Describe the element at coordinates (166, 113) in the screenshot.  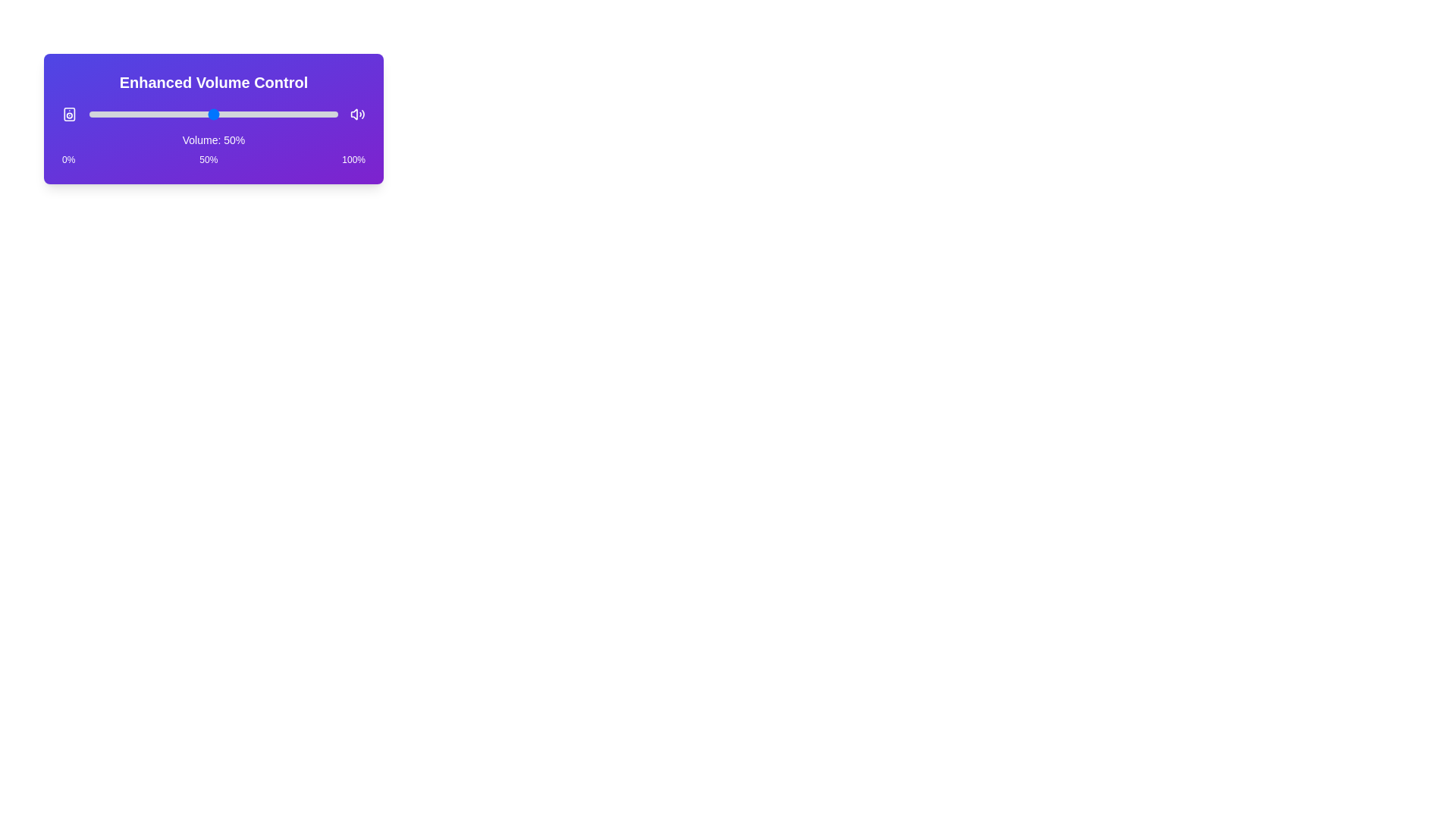
I see `the volume slider to set the volume to 31%` at that location.